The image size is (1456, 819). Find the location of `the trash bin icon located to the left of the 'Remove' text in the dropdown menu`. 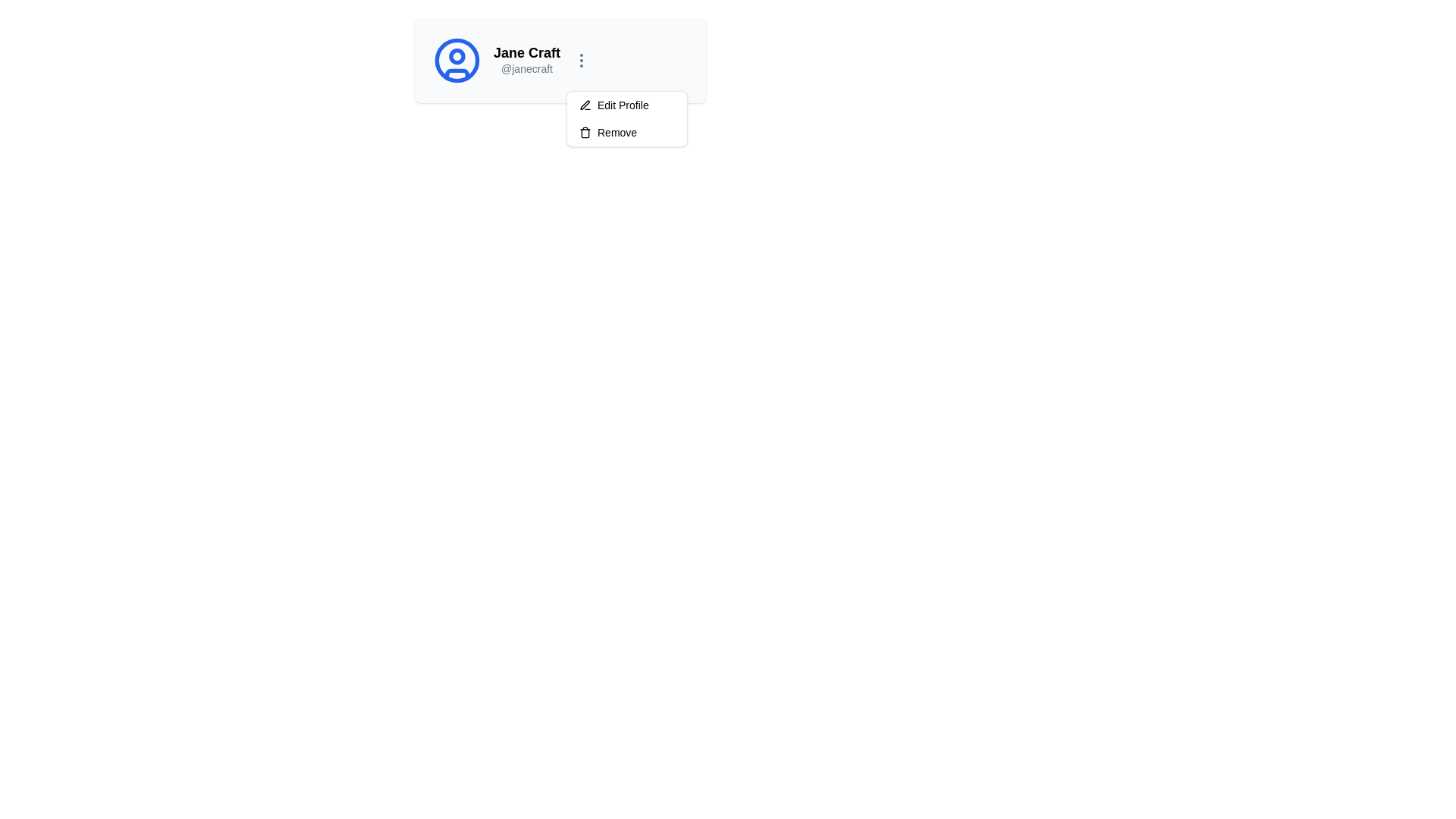

the trash bin icon located to the left of the 'Remove' text in the dropdown menu is located at coordinates (585, 131).